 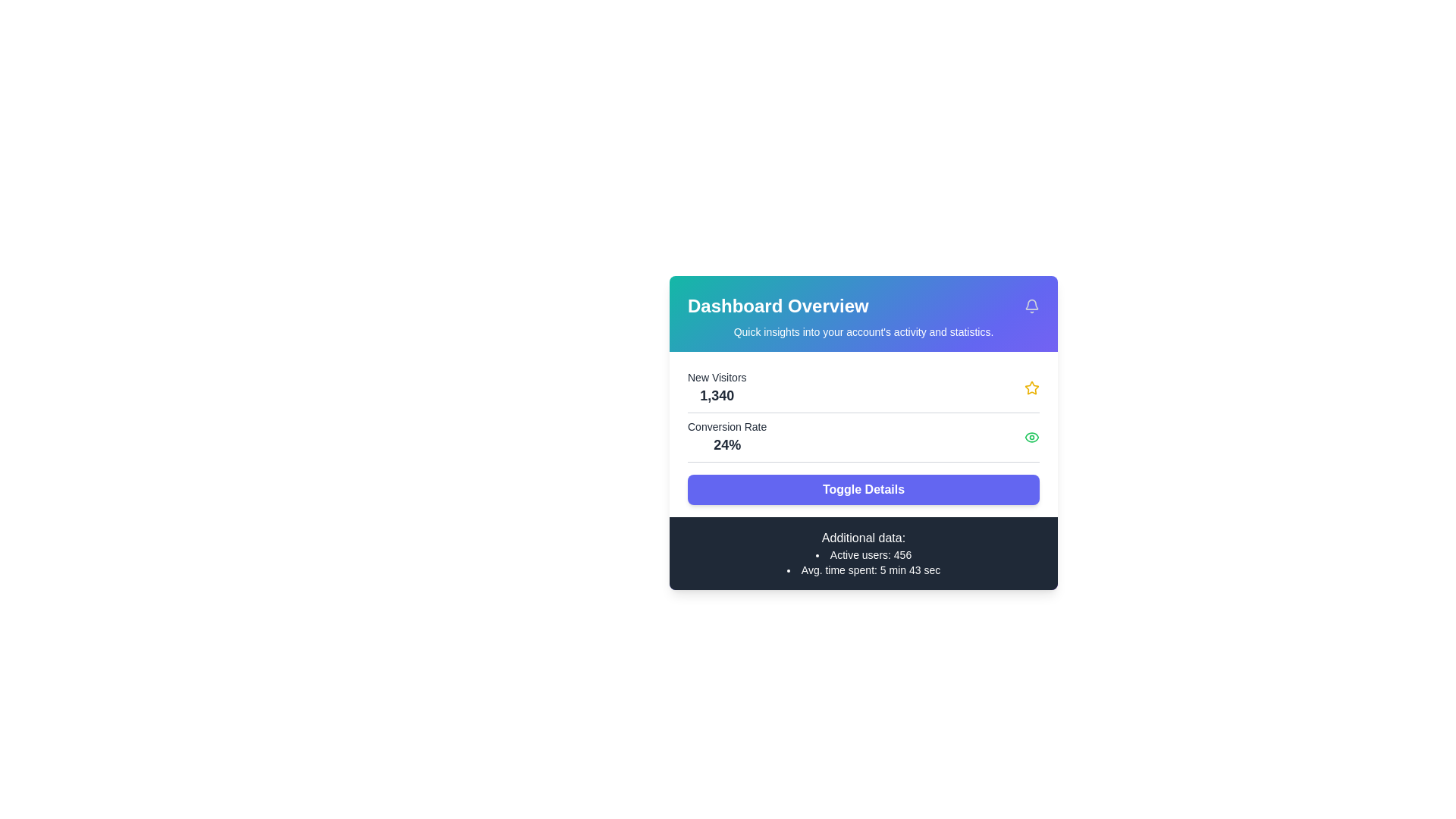 I want to click on the 'New Visitors' text label which is located in the 'Dashboard Overview' section, positioned at the top-left side of the card layout, so click(x=716, y=376).